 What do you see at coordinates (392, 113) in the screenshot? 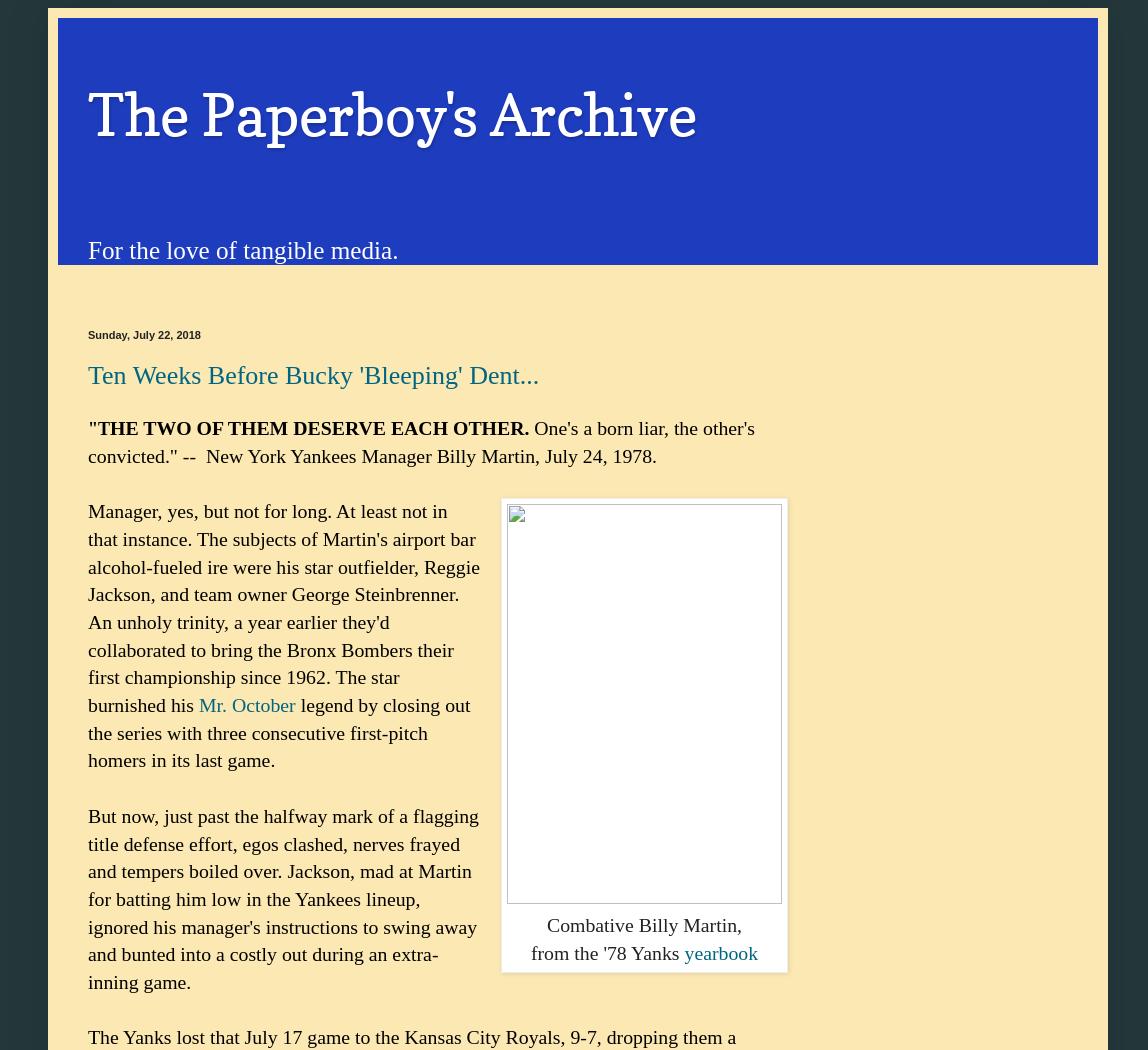
I see `'The Paperboy's Archive'` at bounding box center [392, 113].